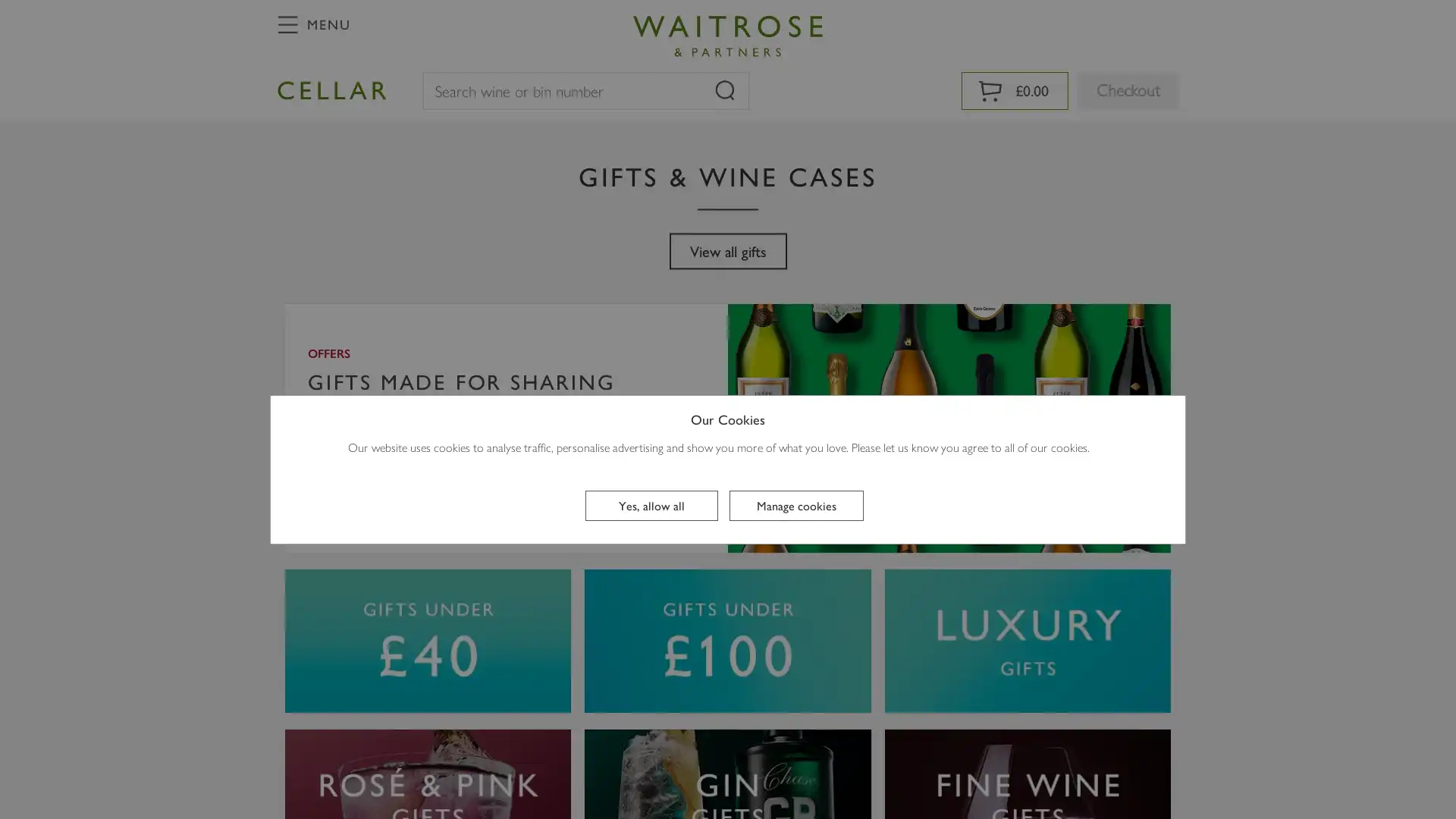 This screenshot has height=819, width=1456. What do you see at coordinates (729, 666) in the screenshot?
I see `Accept selected` at bounding box center [729, 666].